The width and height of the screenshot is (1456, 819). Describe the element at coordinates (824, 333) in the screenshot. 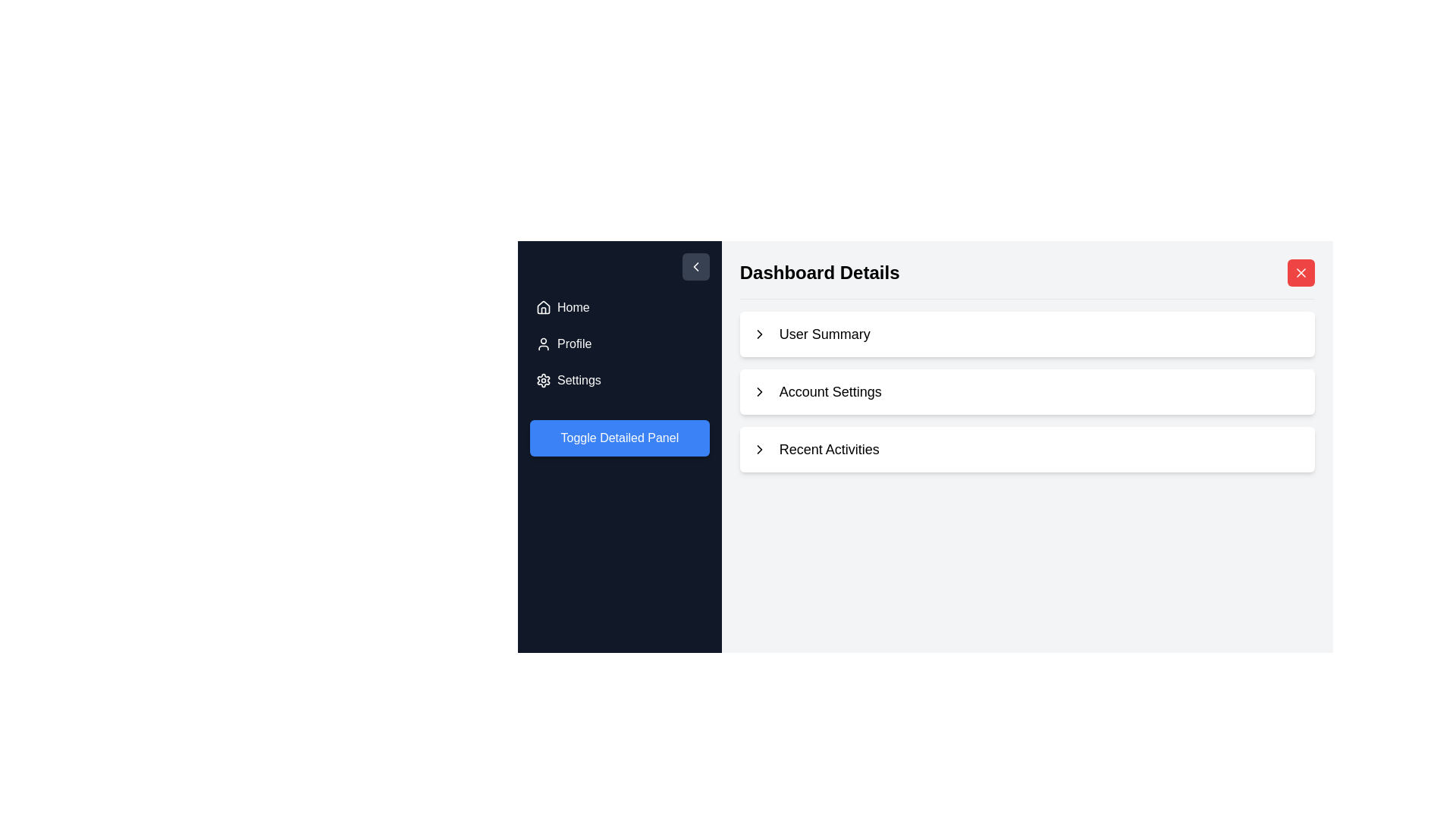

I see `the 'User Summary' text label, which is styled as a section title and is part of a grouping with a chevron icon on its left, located in a white card with rounded corners` at that location.